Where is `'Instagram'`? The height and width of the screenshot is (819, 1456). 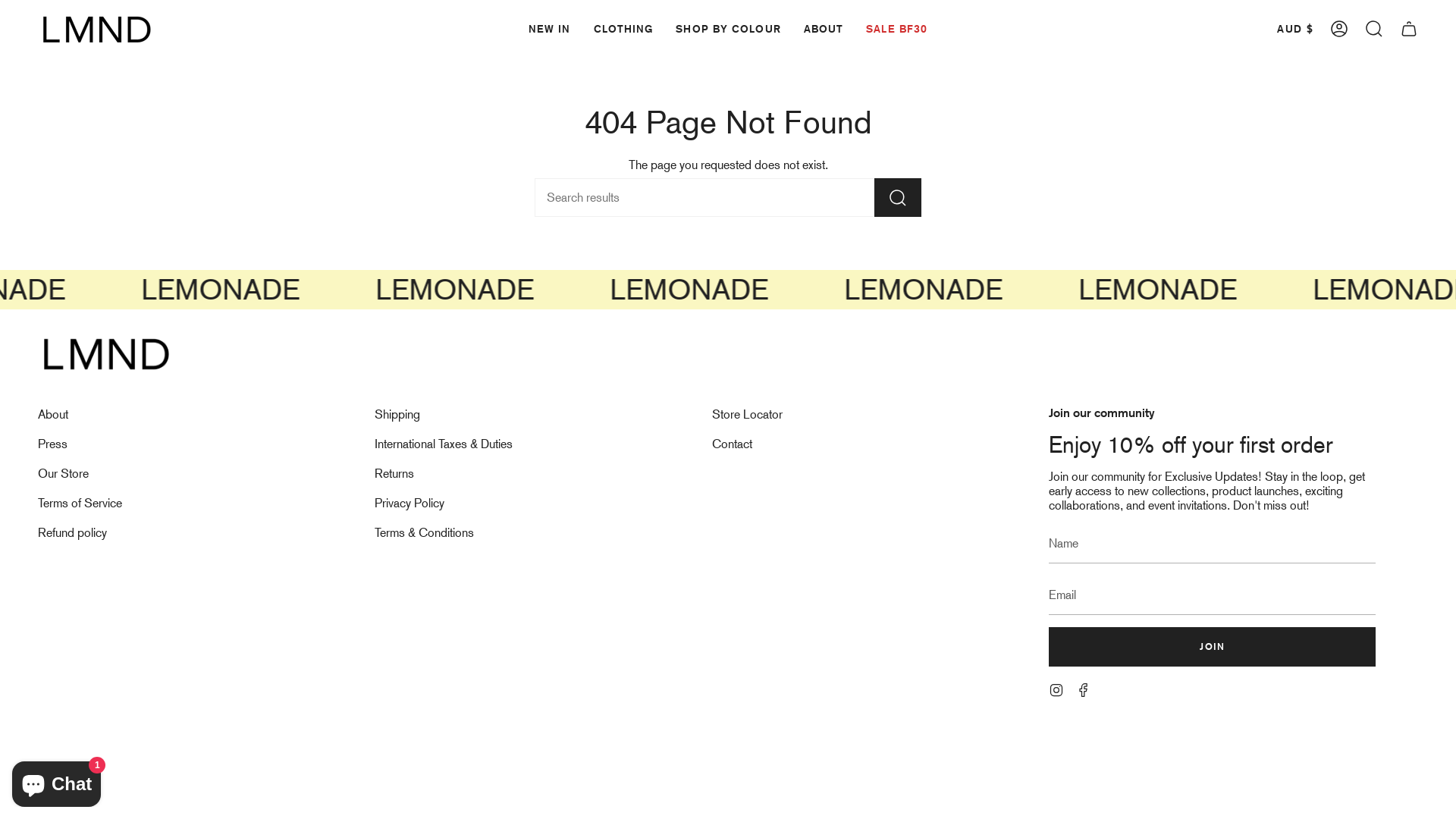 'Instagram' is located at coordinates (1055, 689).